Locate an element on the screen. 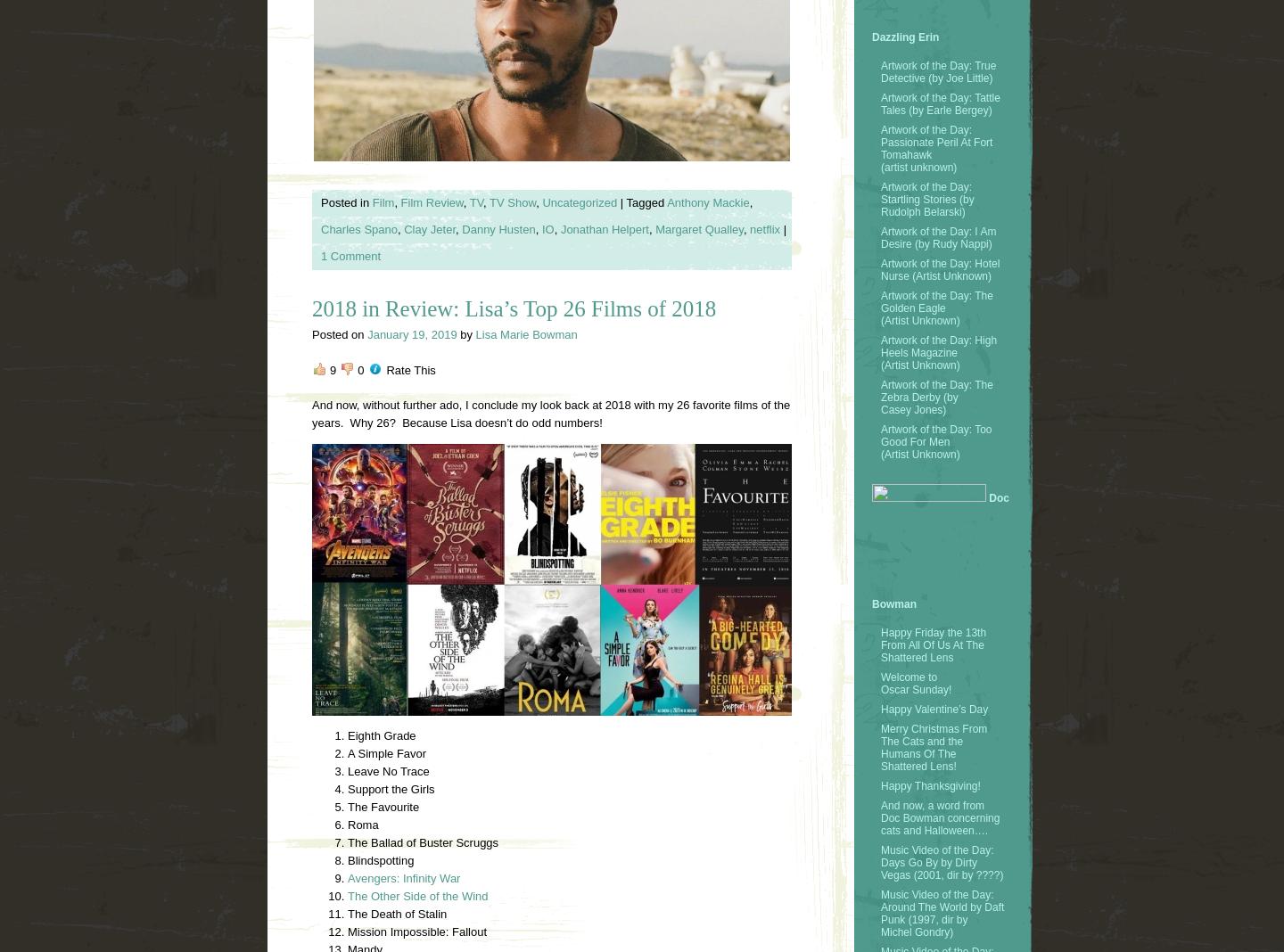 Image resolution: width=1284 pixels, height=952 pixels. 'Anthony Mackie' is located at coordinates (665, 202).